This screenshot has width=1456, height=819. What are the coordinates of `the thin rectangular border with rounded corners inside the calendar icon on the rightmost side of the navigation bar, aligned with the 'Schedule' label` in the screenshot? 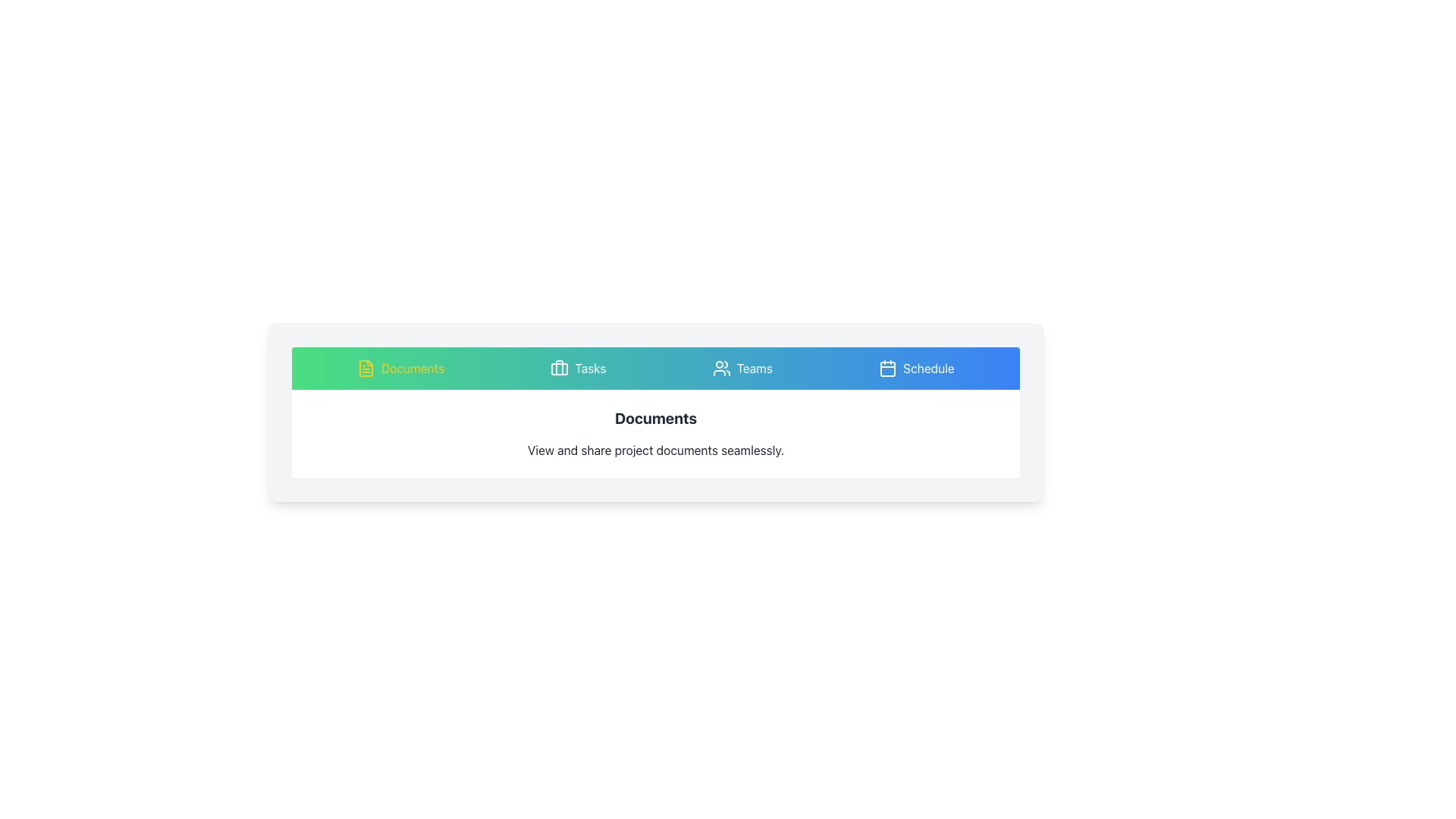 It's located at (888, 369).